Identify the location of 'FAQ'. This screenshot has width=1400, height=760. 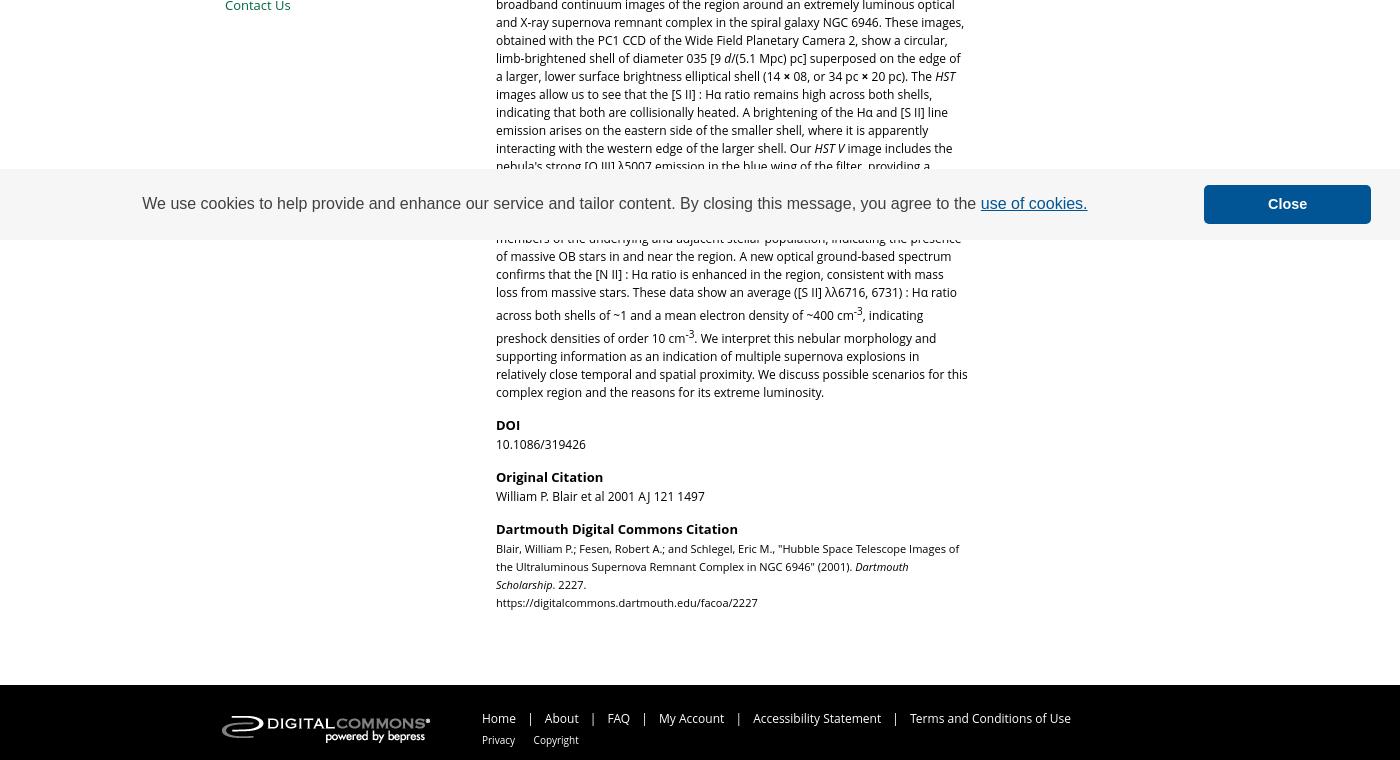
(620, 717).